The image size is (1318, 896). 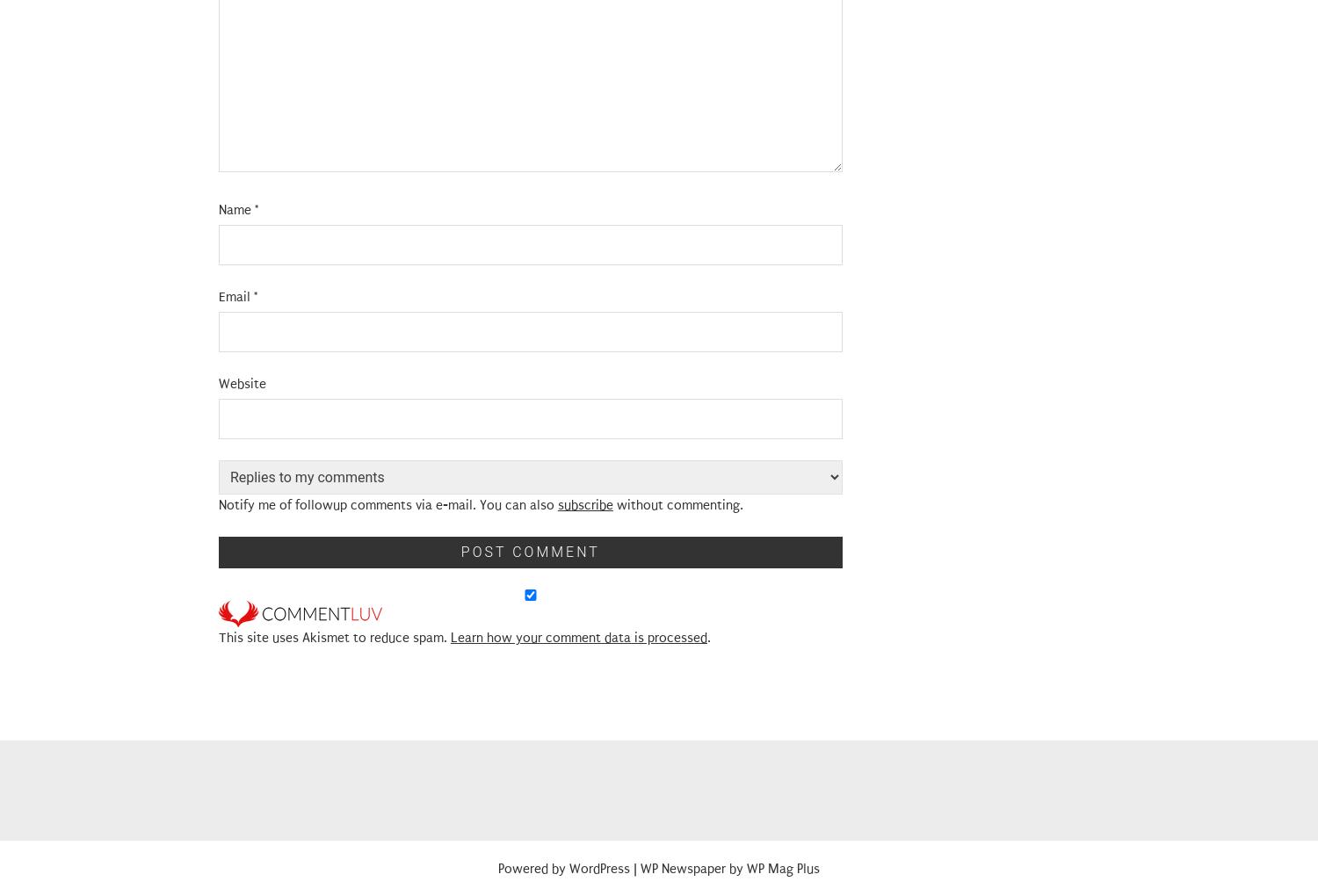 I want to click on 'This site uses Akismet to reduce spam.', so click(x=333, y=638).